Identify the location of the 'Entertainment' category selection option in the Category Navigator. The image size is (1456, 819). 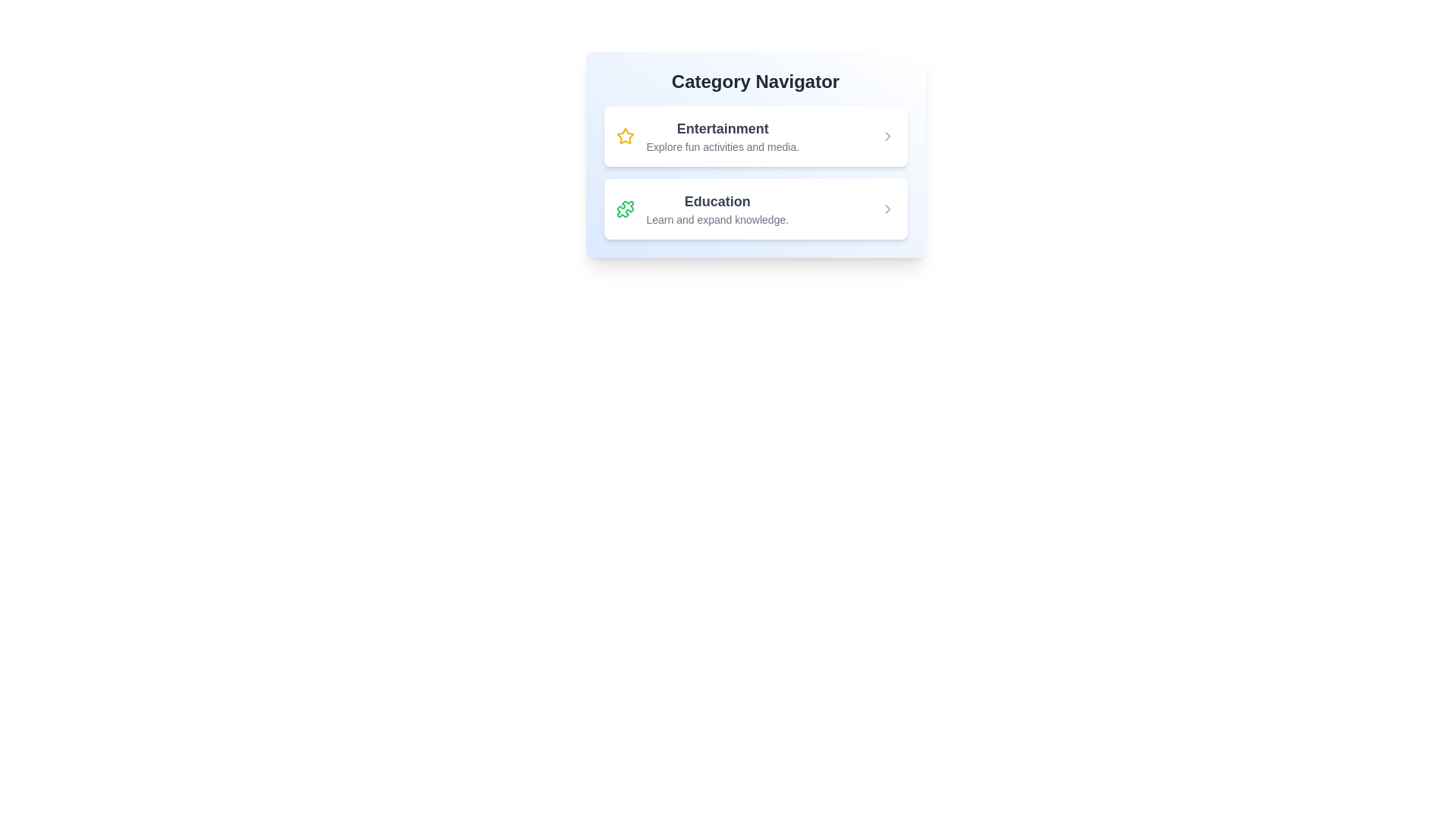
(722, 136).